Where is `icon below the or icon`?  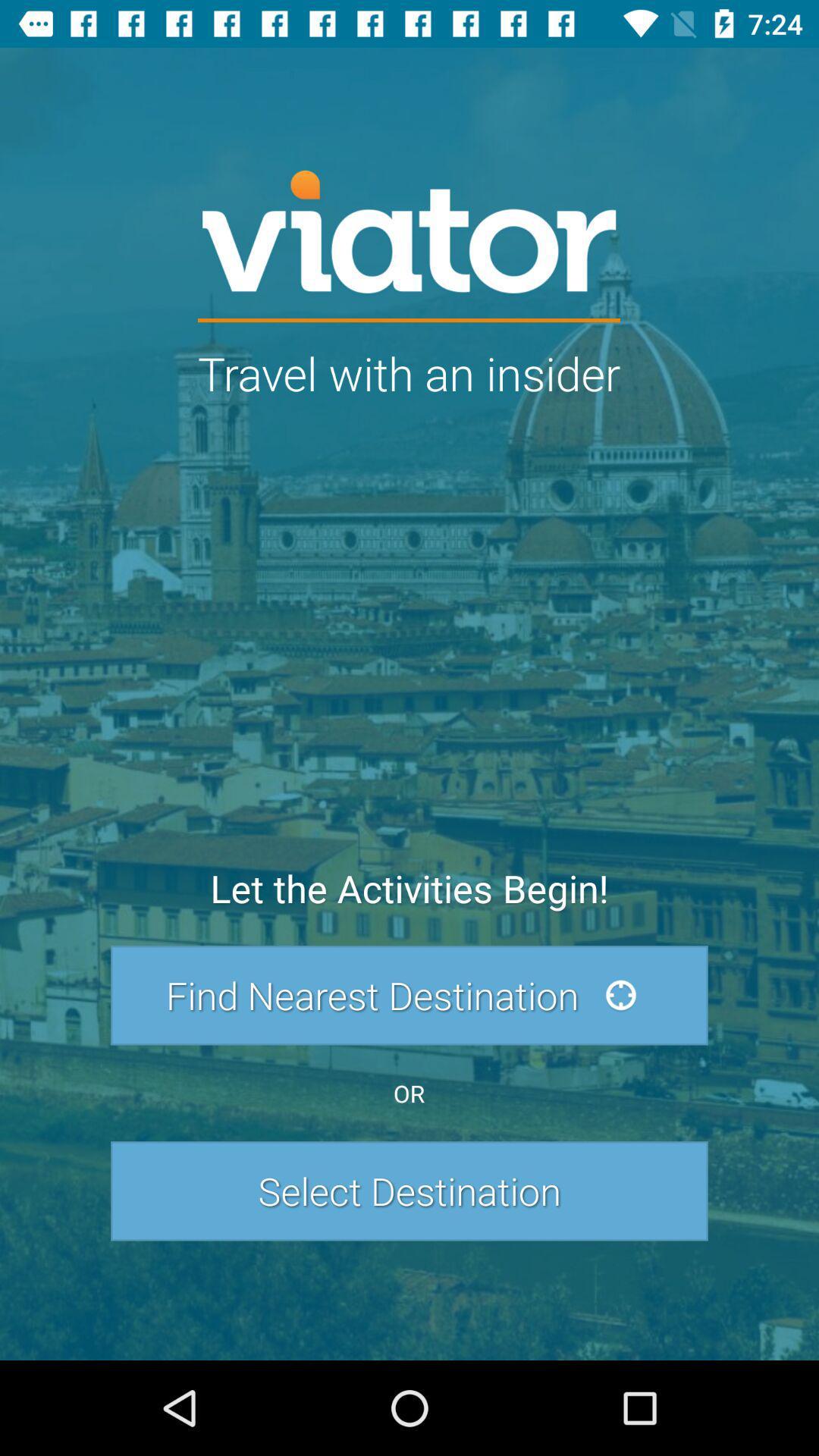
icon below the or icon is located at coordinates (409, 1190).